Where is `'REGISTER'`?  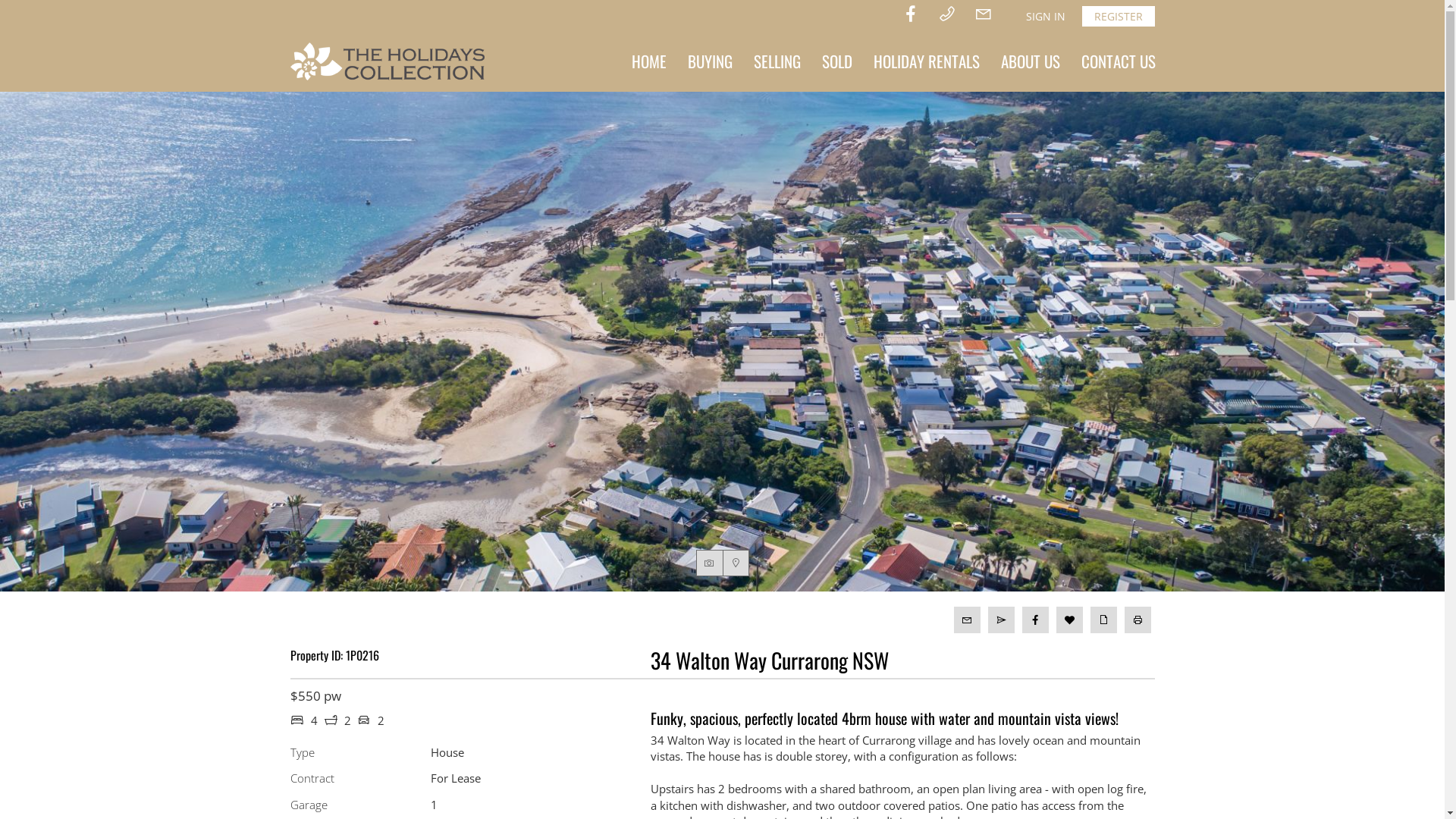
'REGISTER' is located at coordinates (1117, 16).